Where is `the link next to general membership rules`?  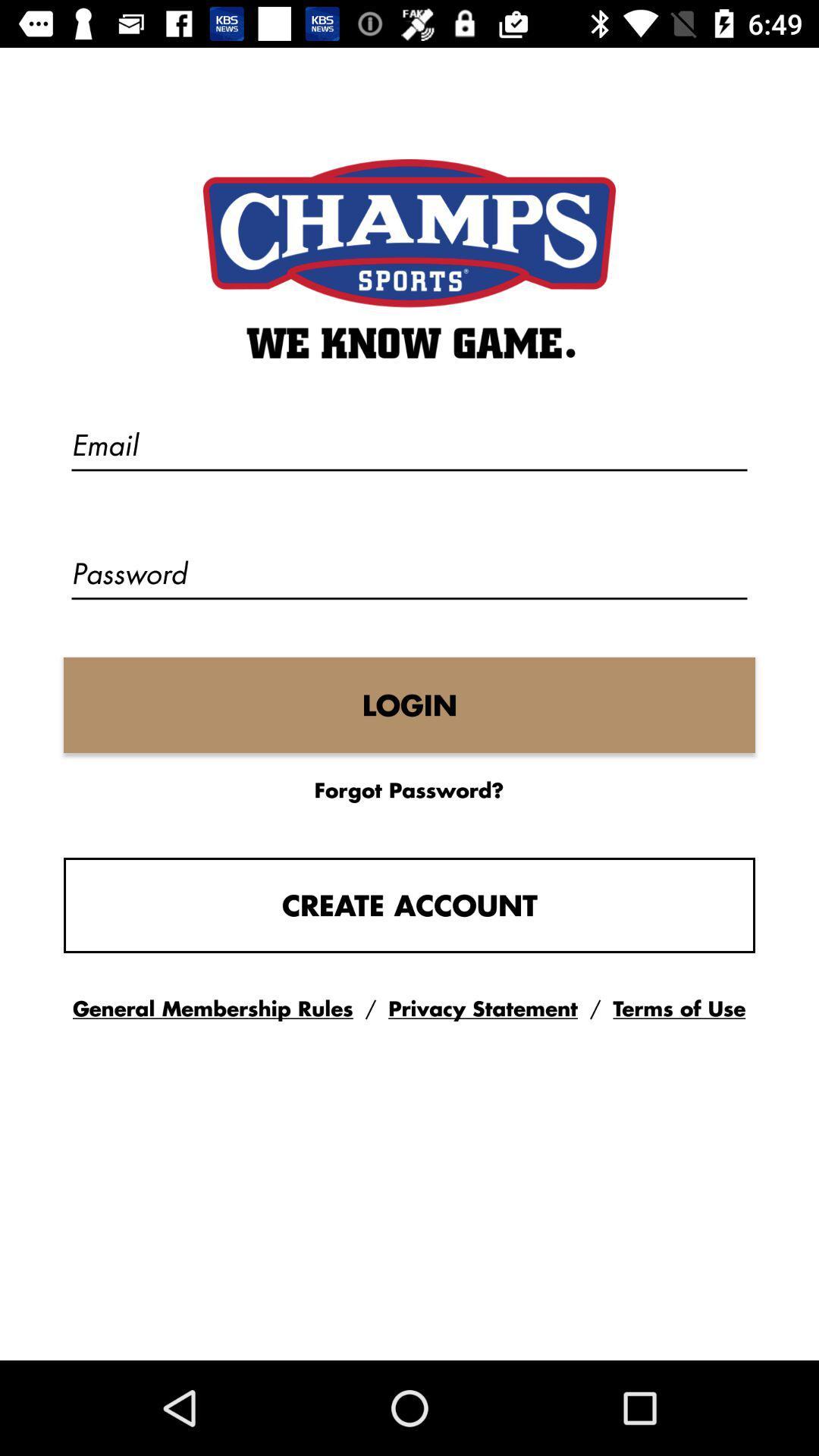
the link next to general membership rules is located at coordinates (483, 1009).